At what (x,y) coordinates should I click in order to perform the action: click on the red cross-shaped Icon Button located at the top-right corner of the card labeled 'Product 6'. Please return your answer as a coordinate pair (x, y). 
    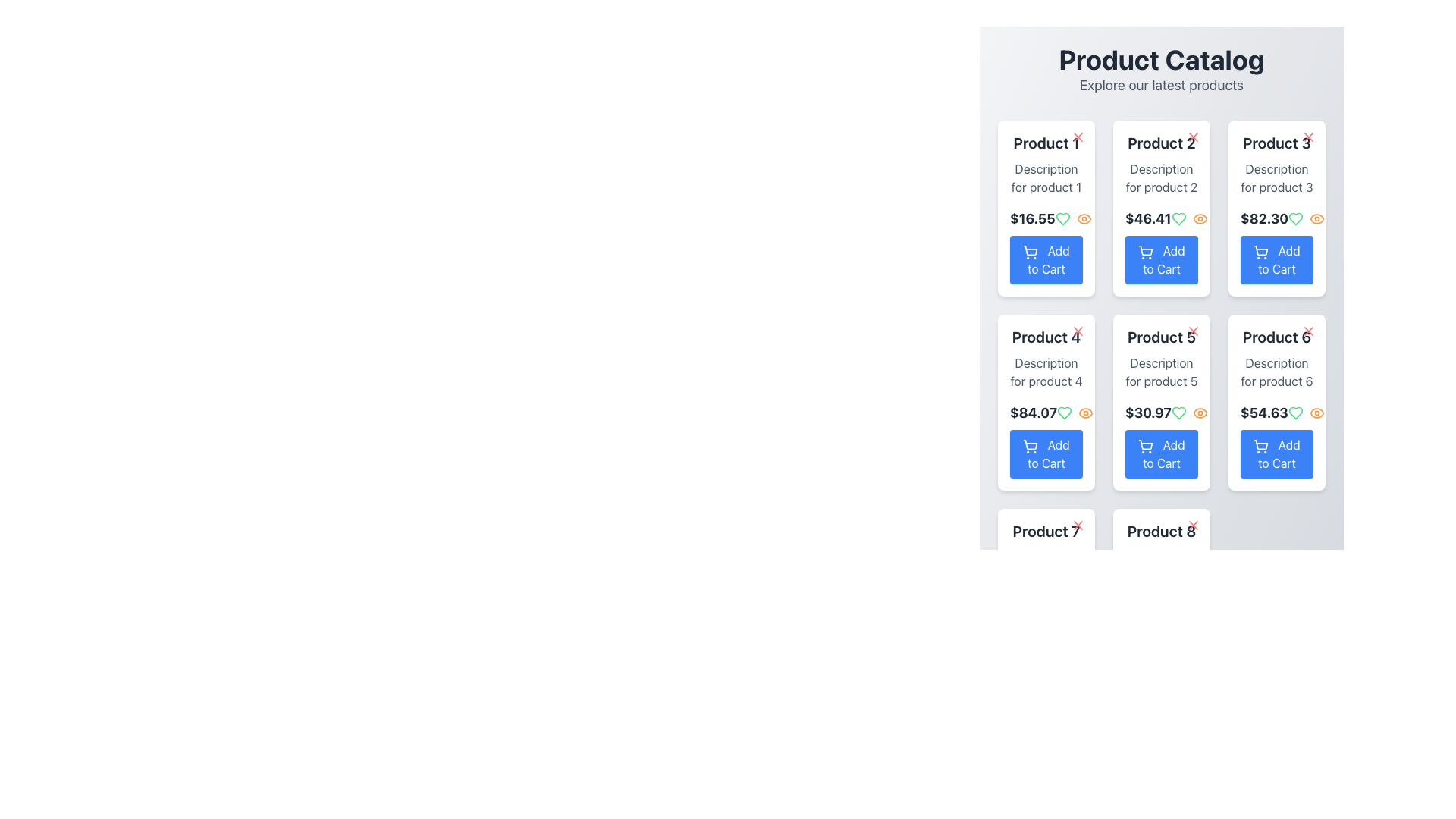
    Looking at the image, I should click on (1308, 330).